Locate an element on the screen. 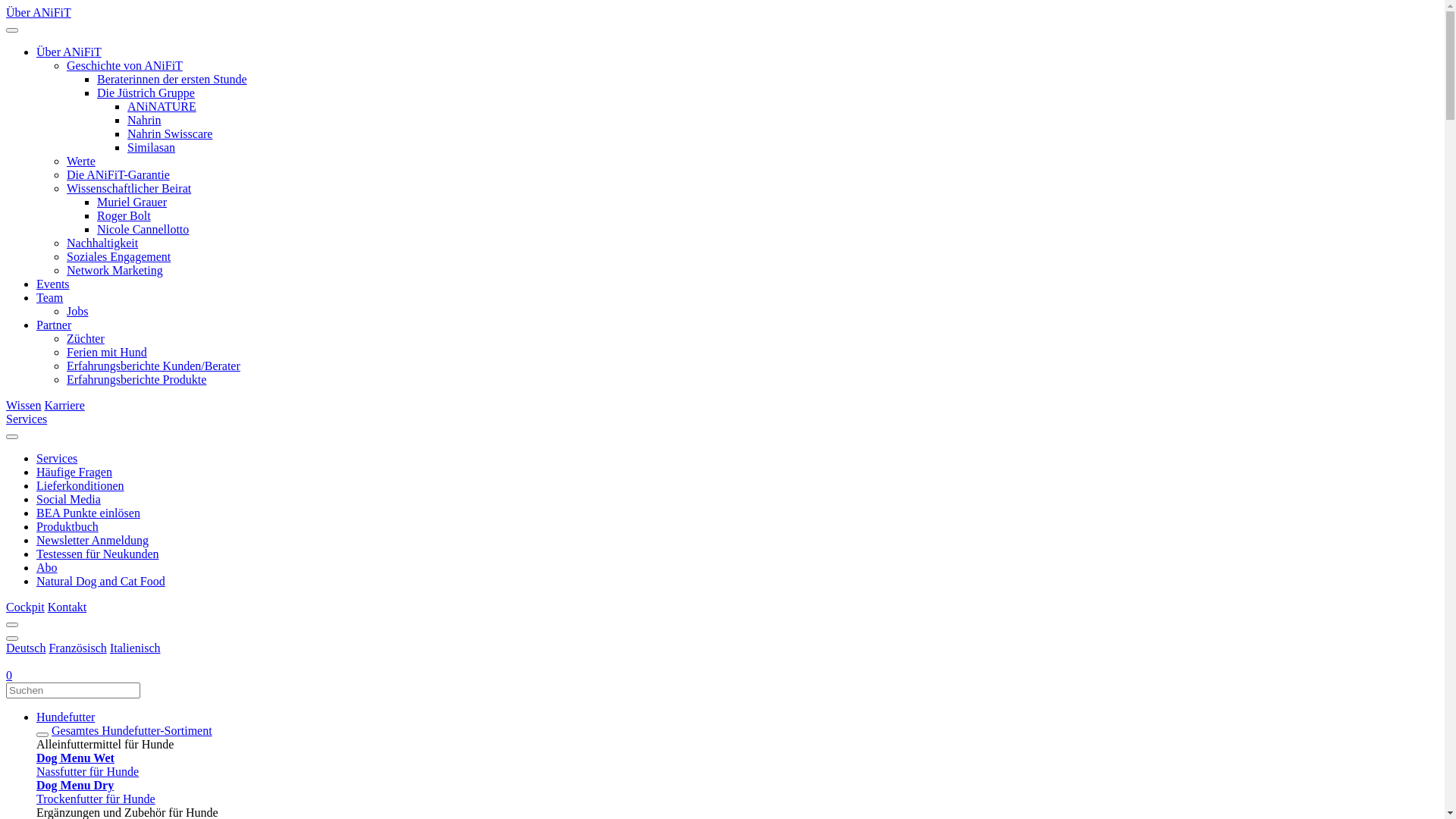  'Network Marketing' is located at coordinates (114, 269).